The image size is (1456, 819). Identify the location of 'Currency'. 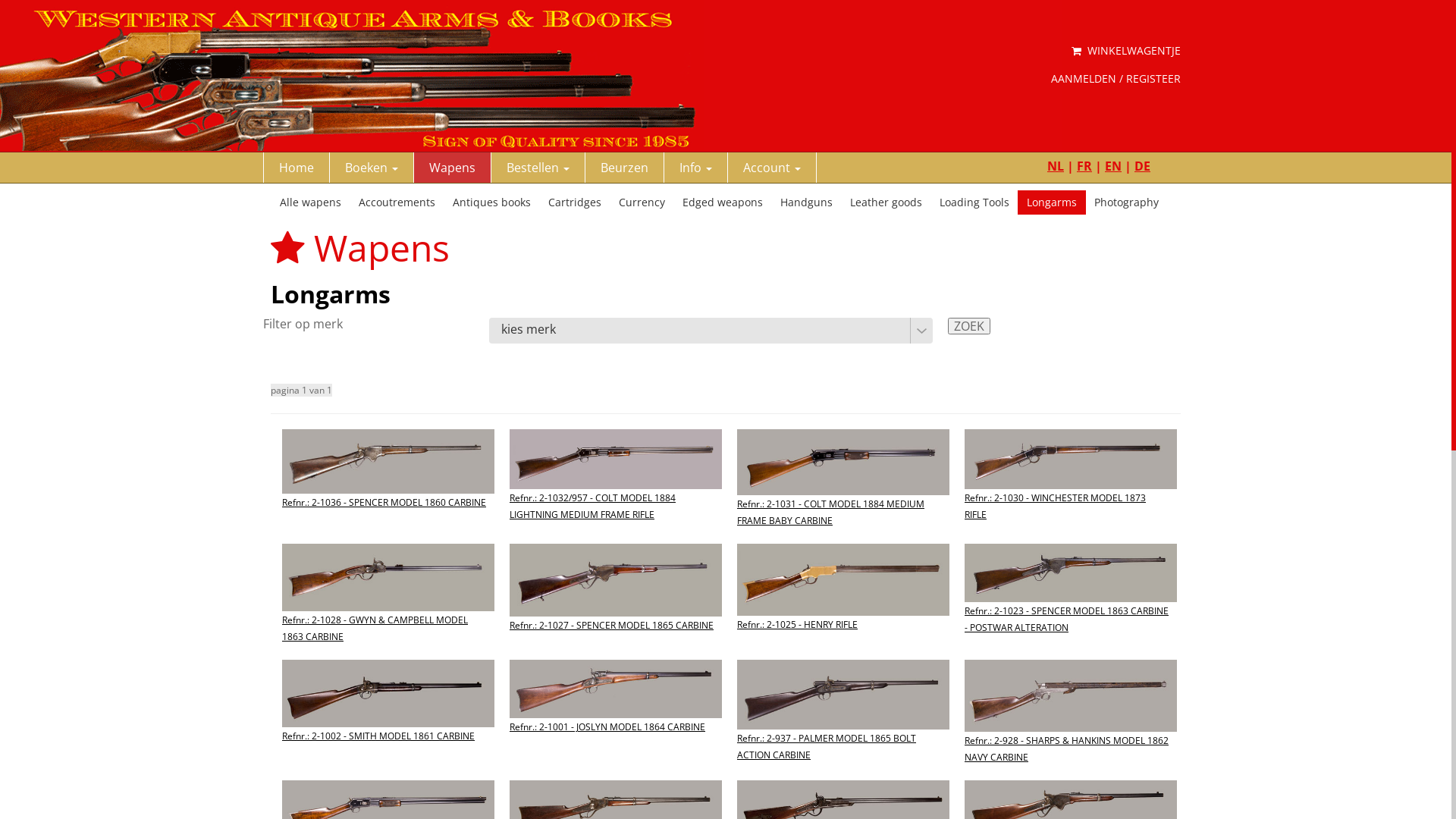
(642, 201).